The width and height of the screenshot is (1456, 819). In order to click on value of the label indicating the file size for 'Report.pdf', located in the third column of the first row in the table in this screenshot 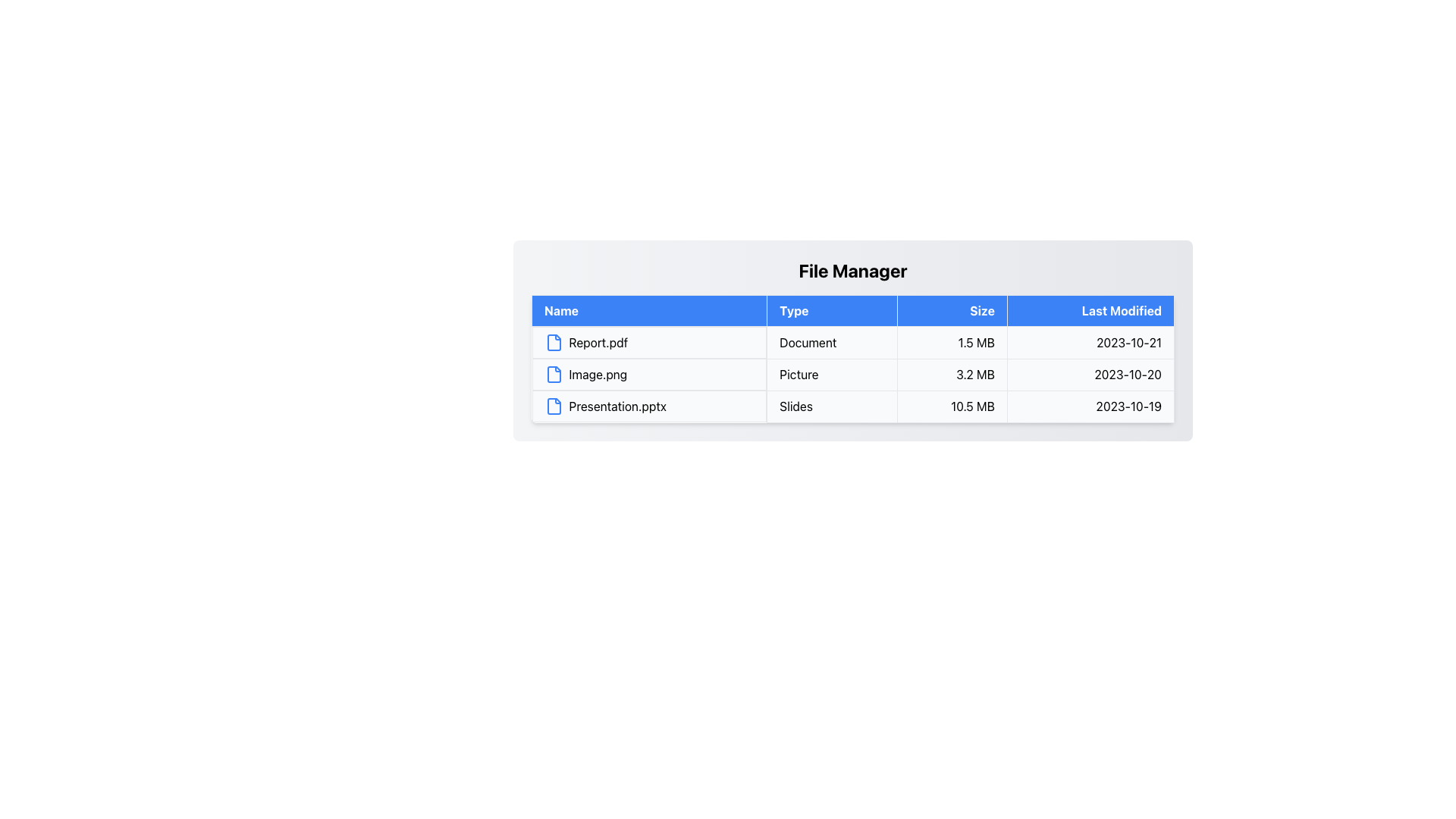, I will do `click(952, 342)`.